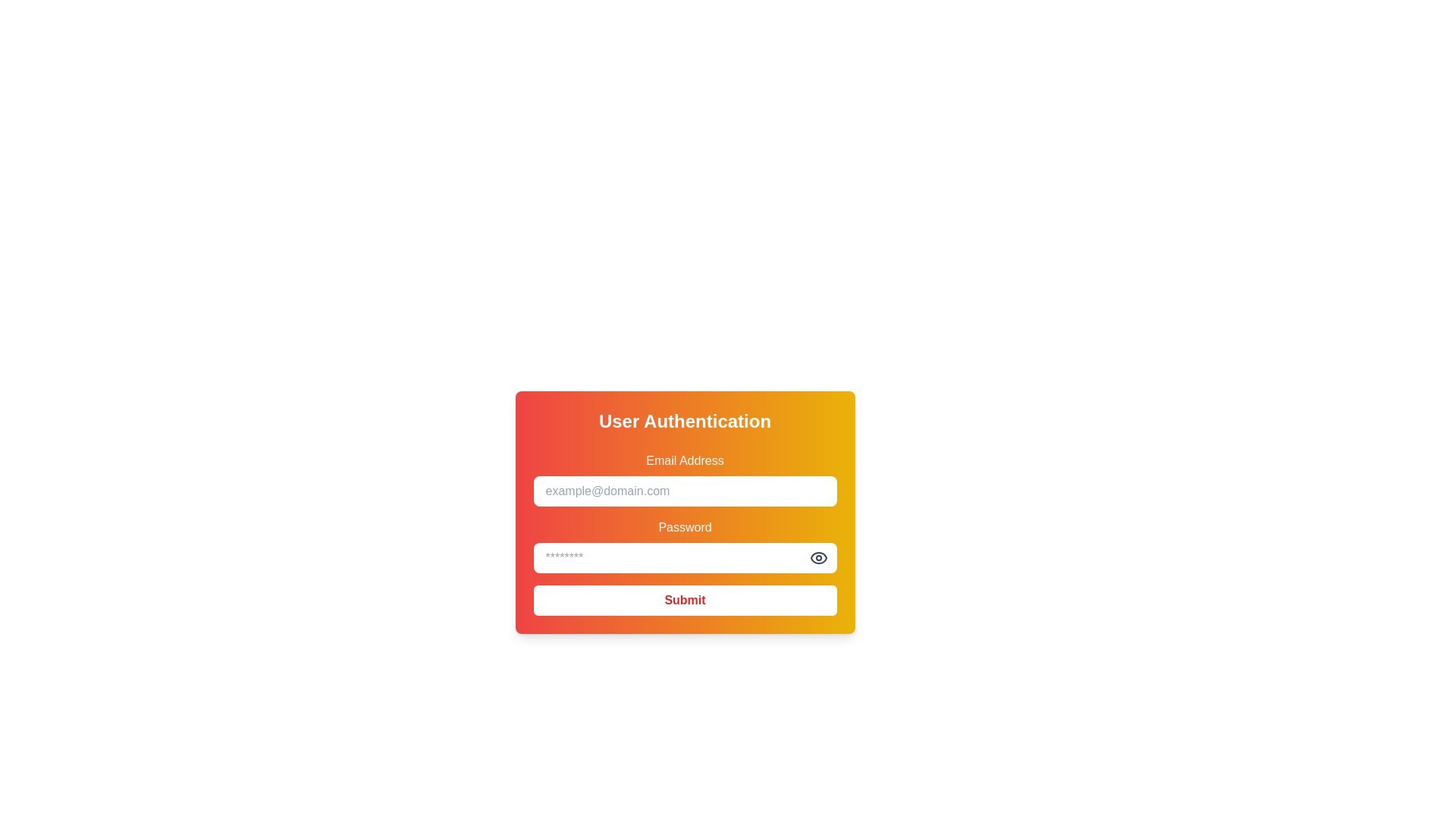  Describe the element at coordinates (684, 421) in the screenshot. I see `the title text 'User Authentication', which is styled with a bold, white font and is horizontally centered within a gradient background transitioning from red to yellow` at that location.